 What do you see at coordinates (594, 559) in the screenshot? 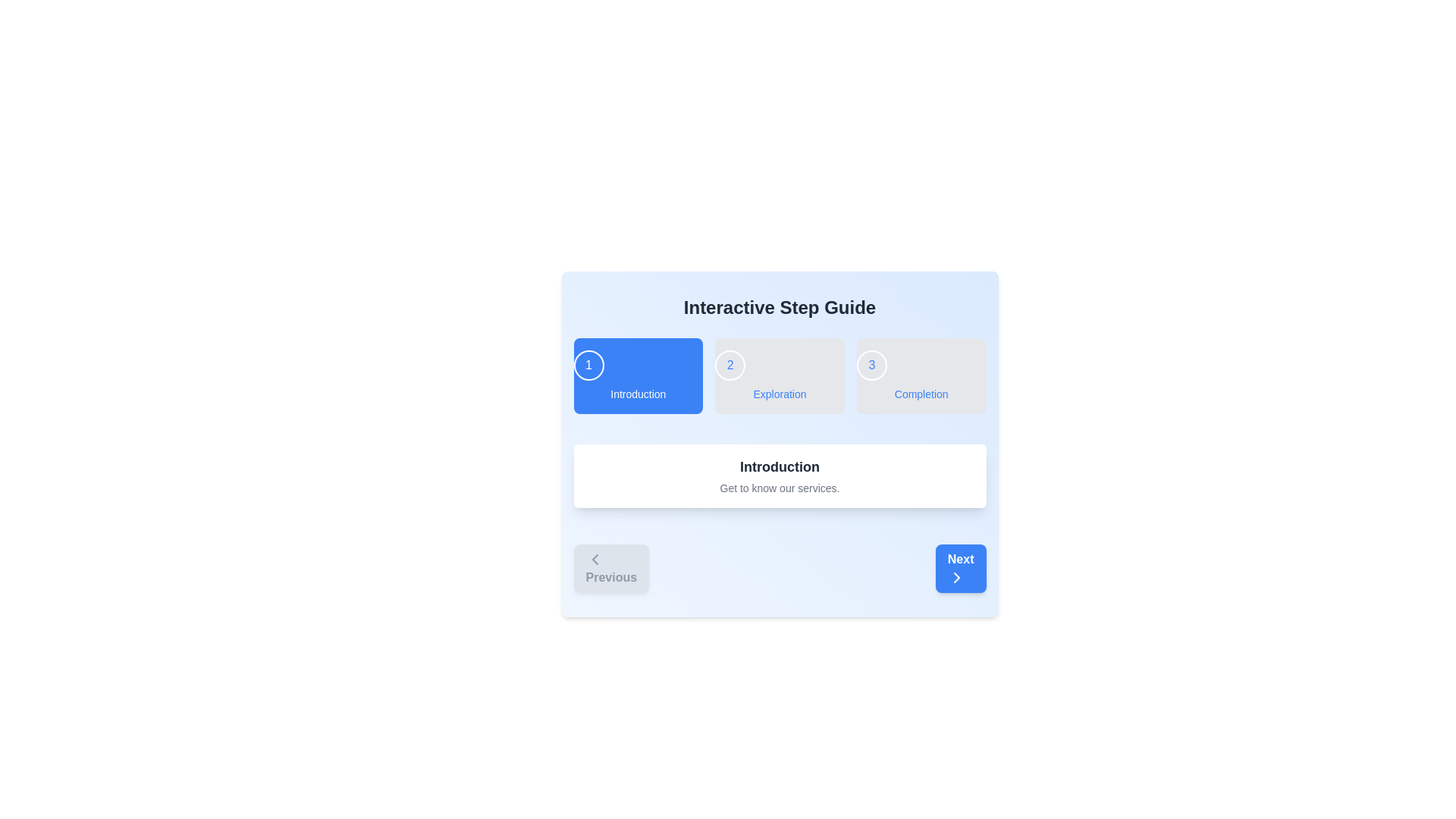
I see `the backward navigation icon located on the left side of the 'Previous' button` at bounding box center [594, 559].